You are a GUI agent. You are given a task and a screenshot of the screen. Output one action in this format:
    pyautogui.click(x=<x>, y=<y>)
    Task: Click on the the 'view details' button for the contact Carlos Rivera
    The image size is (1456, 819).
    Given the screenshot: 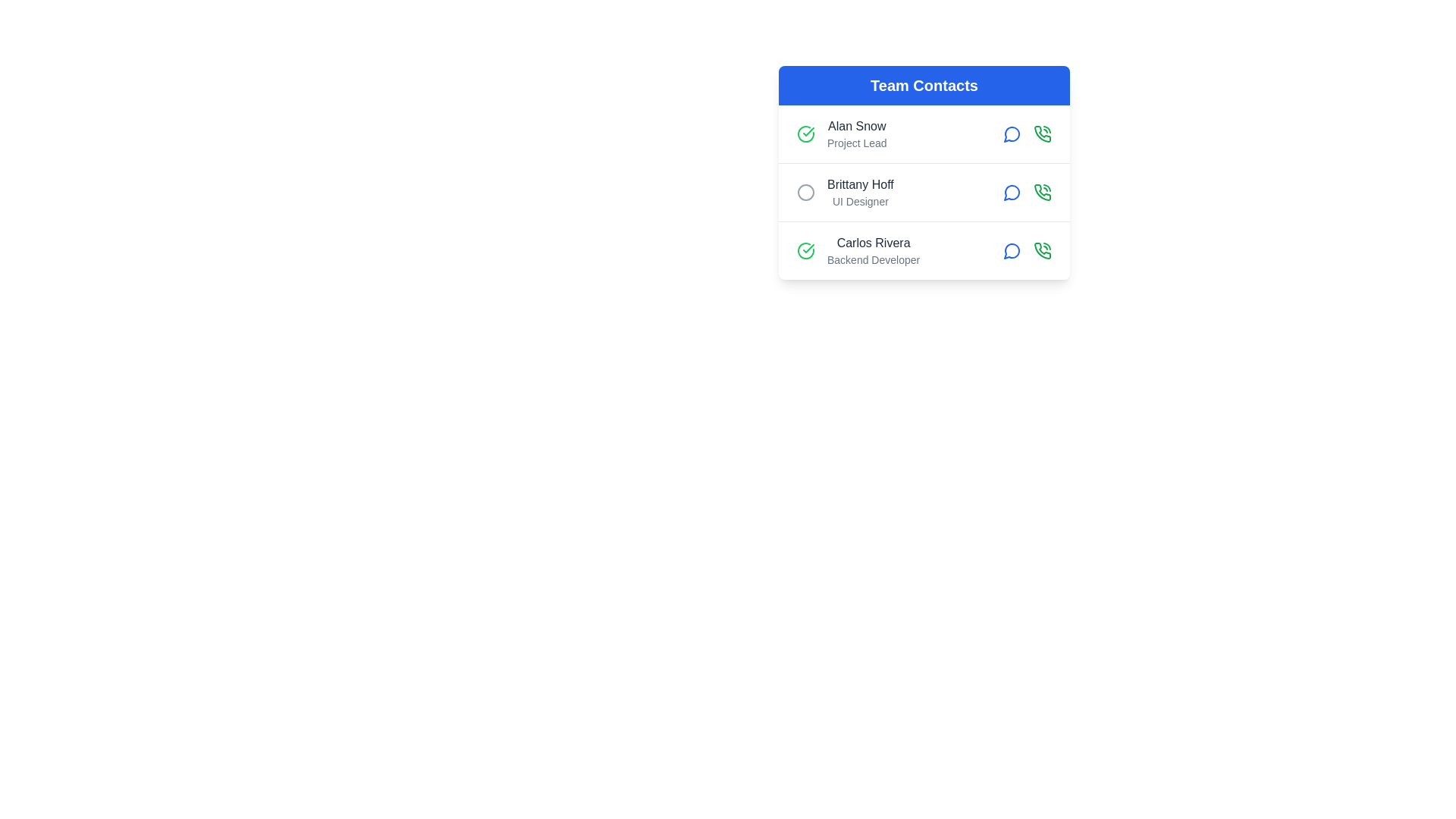 What is the action you would take?
    pyautogui.click(x=1012, y=250)
    